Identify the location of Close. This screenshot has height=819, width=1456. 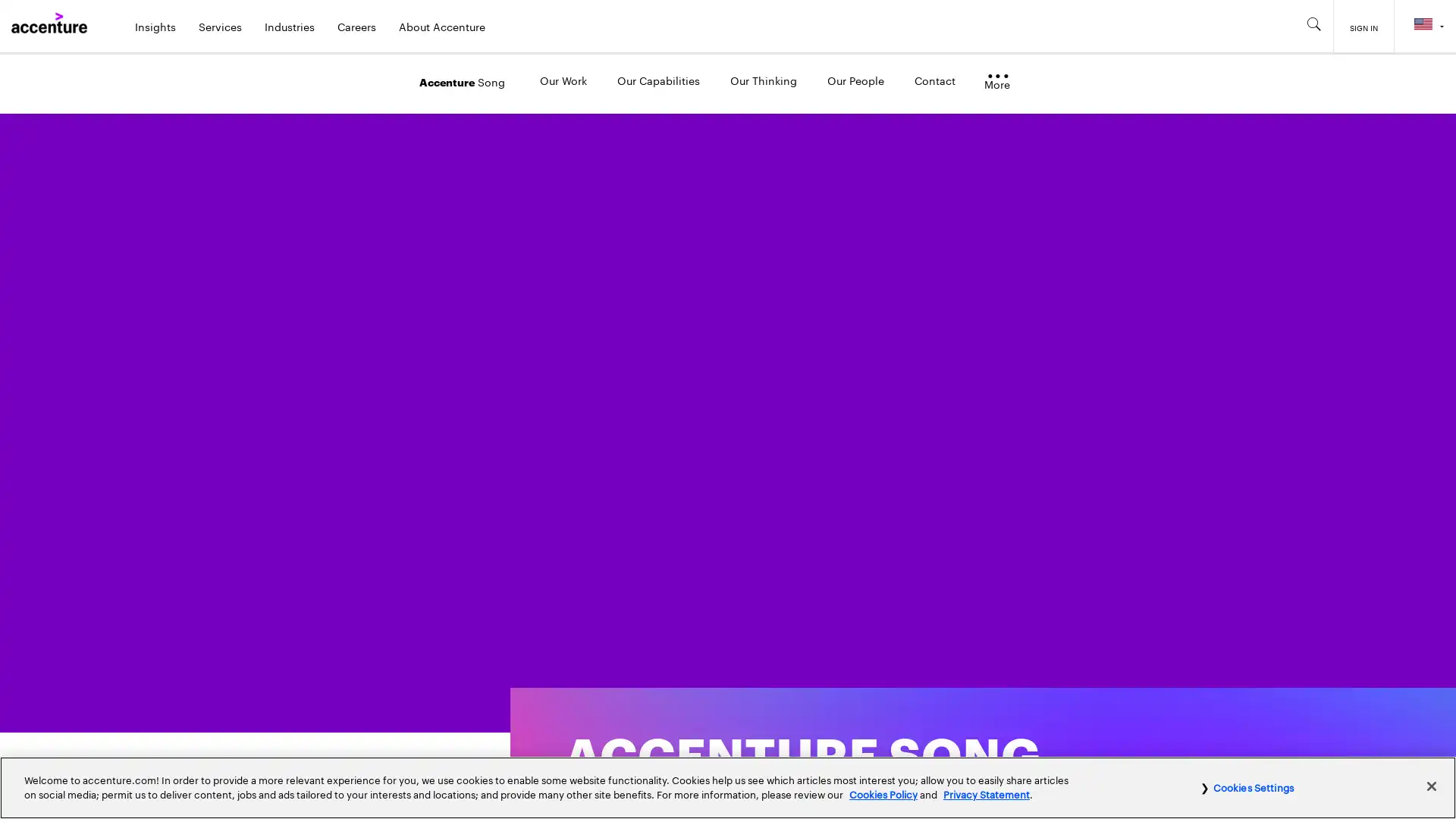
(1430, 785).